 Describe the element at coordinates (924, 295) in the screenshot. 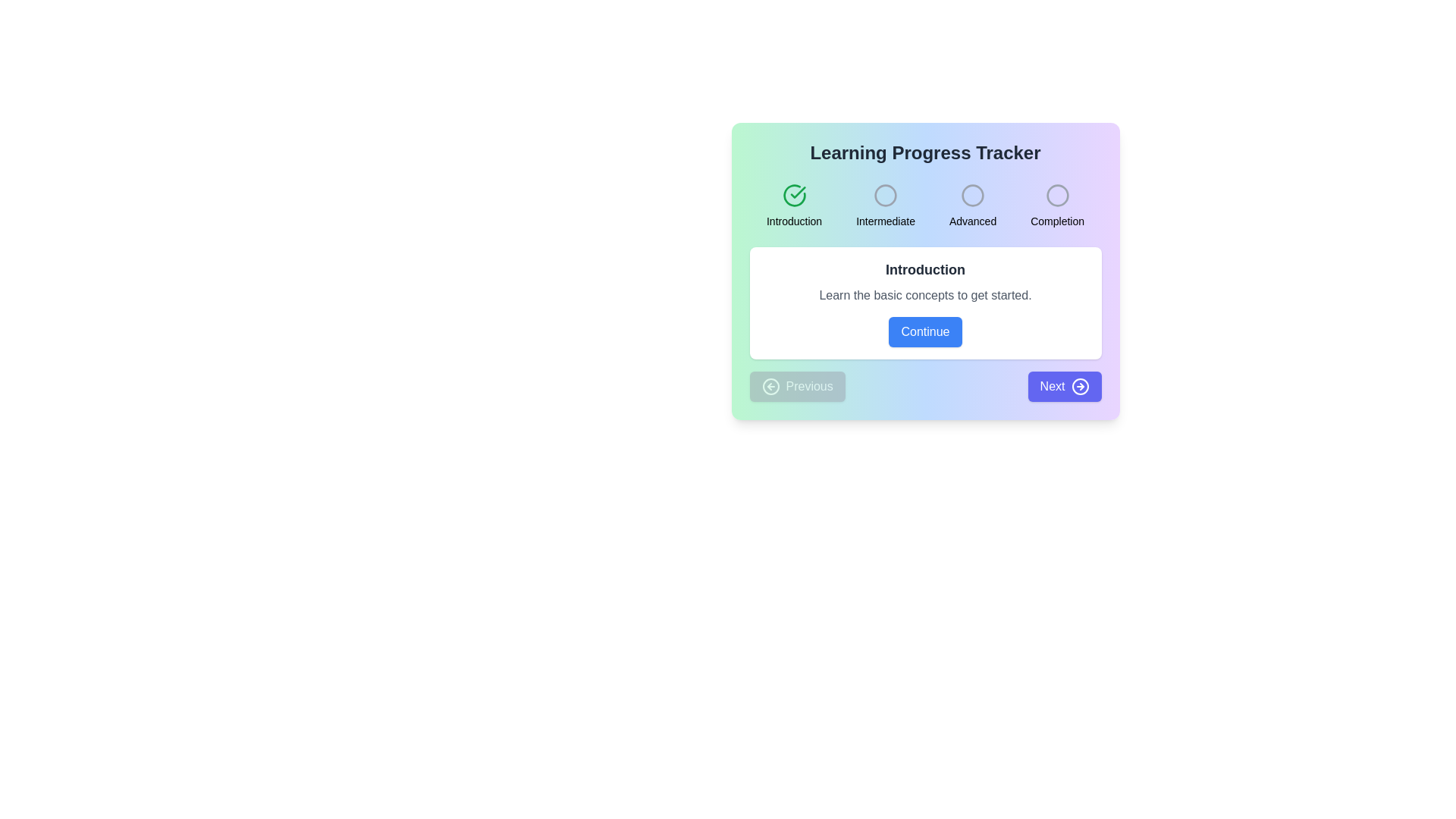

I see `the text element that provides a brief description related to the 'Introduction' section within the 'Learning Progress Tracker' panel` at that location.